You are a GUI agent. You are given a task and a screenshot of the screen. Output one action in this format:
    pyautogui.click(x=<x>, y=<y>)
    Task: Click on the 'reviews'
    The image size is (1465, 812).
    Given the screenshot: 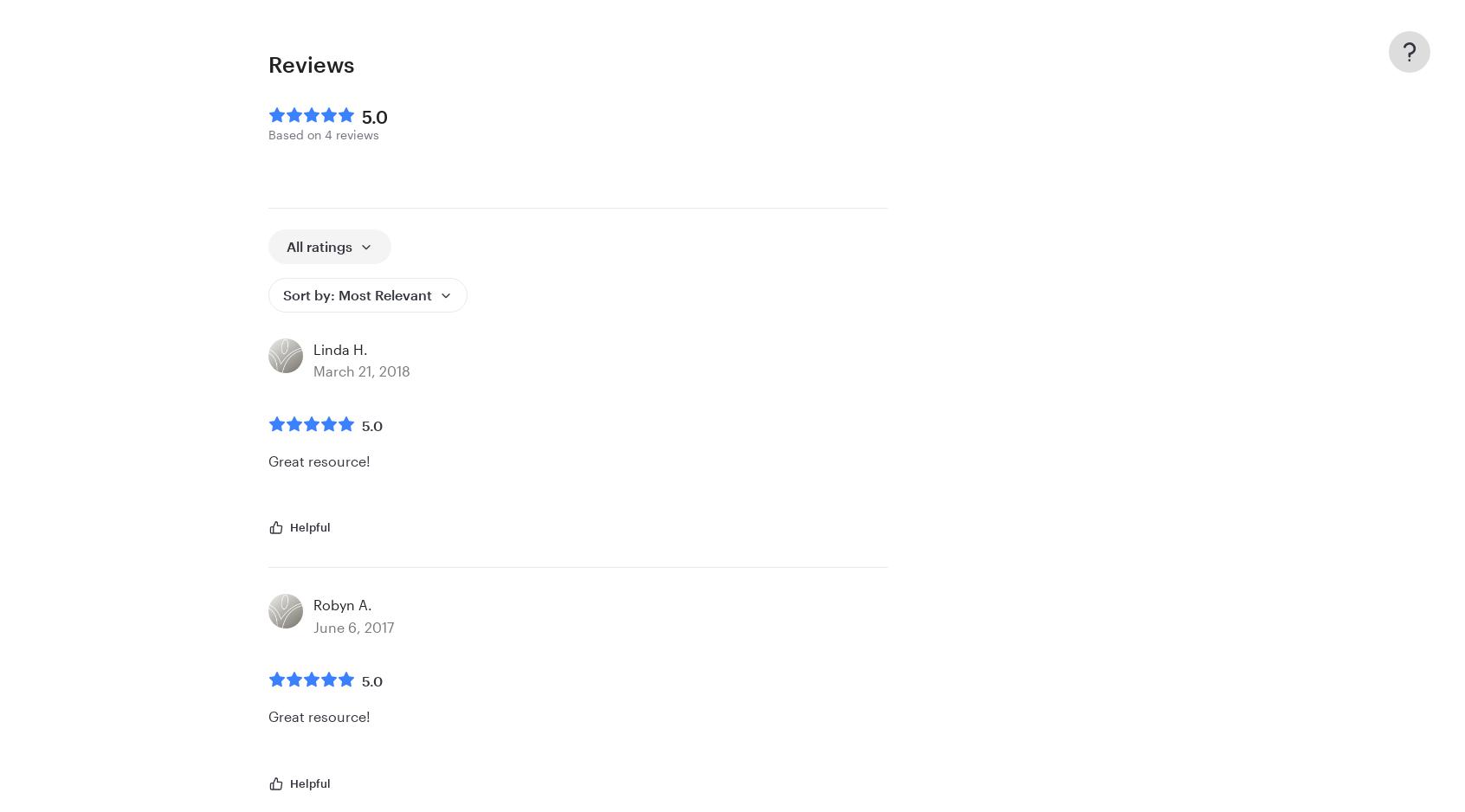 What is the action you would take?
    pyautogui.click(x=355, y=134)
    